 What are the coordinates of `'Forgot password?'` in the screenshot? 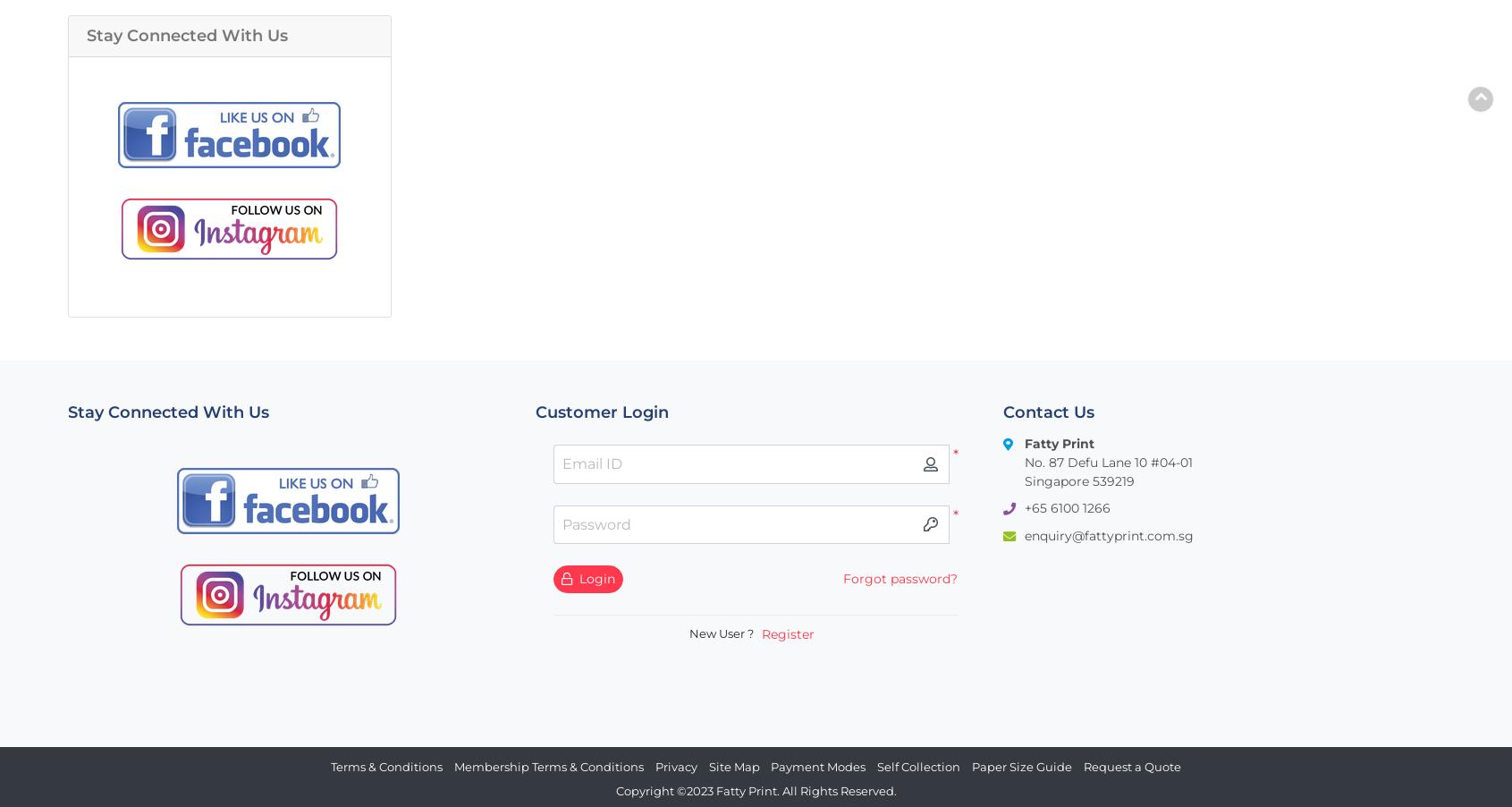 It's located at (842, 578).